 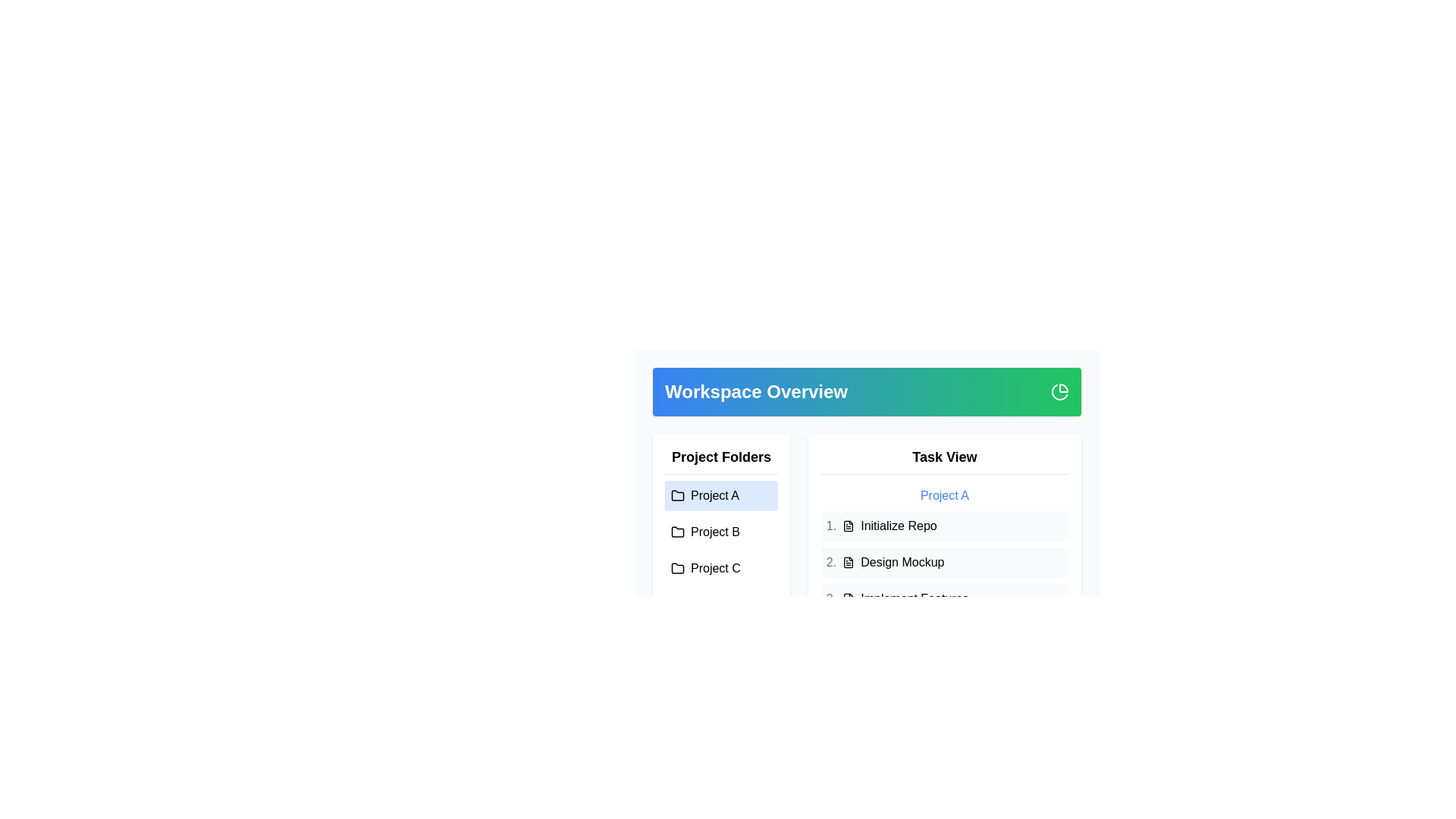 I want to click on the step indicator label for the first task in the 'Task View' list, which is located to the left of the text 'Initialize Repo', so click(x=830, y=526).